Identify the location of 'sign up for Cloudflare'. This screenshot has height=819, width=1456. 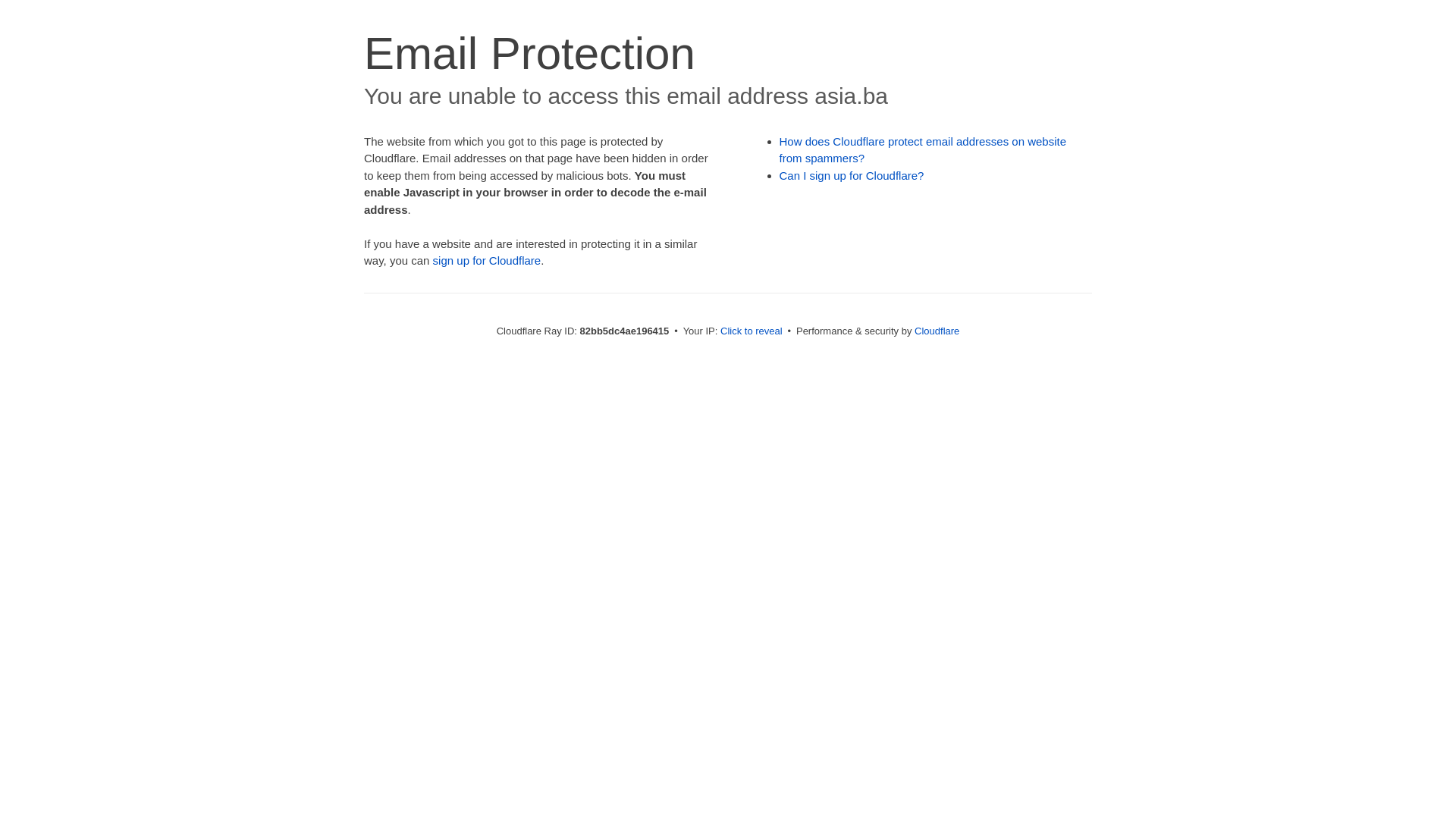
(487, 259).